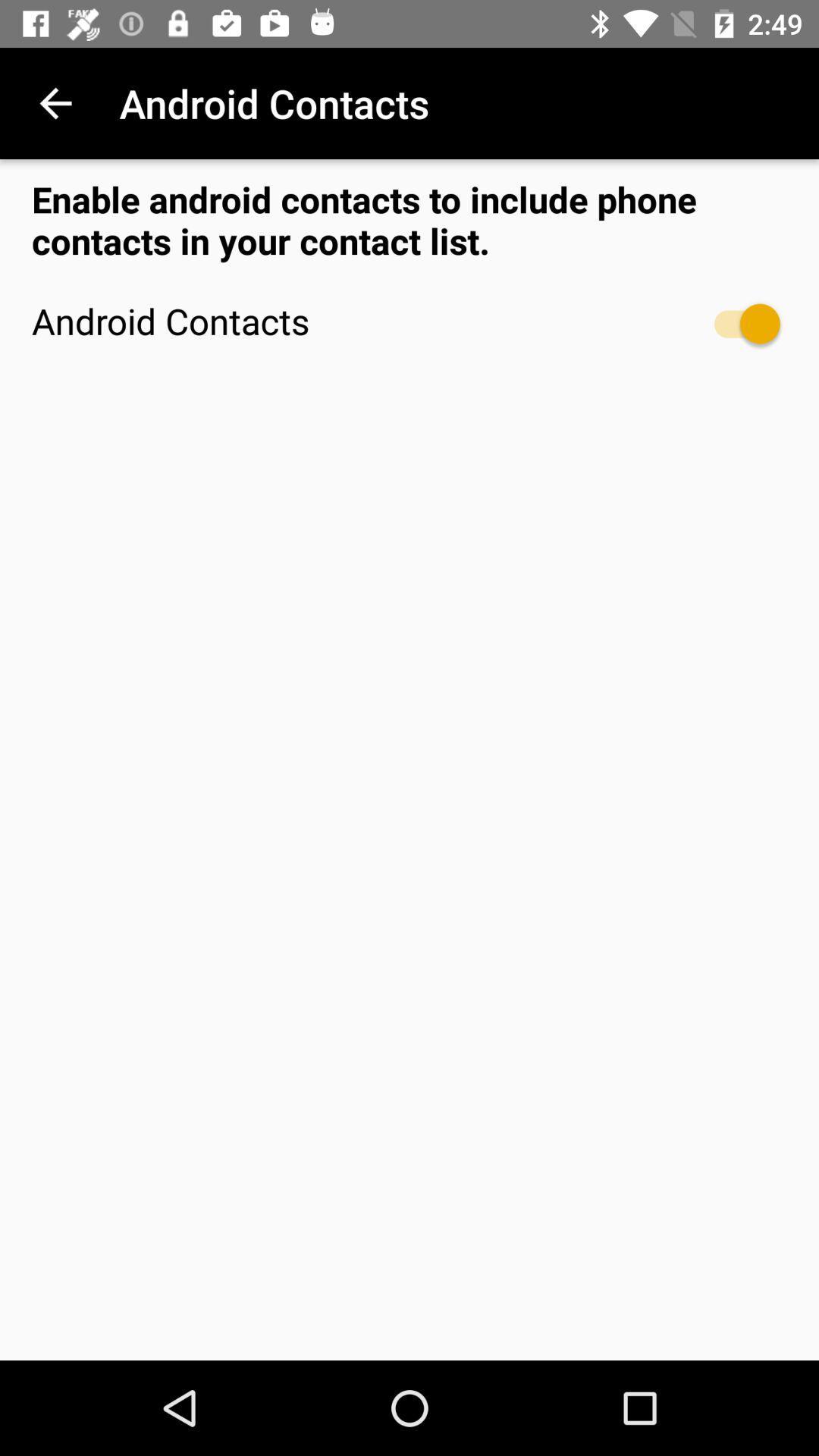 The image size is (819, 1456). Describe the element at coordinates (739, 323) in the screenshot. I see `item below enable android contacts` at that location.